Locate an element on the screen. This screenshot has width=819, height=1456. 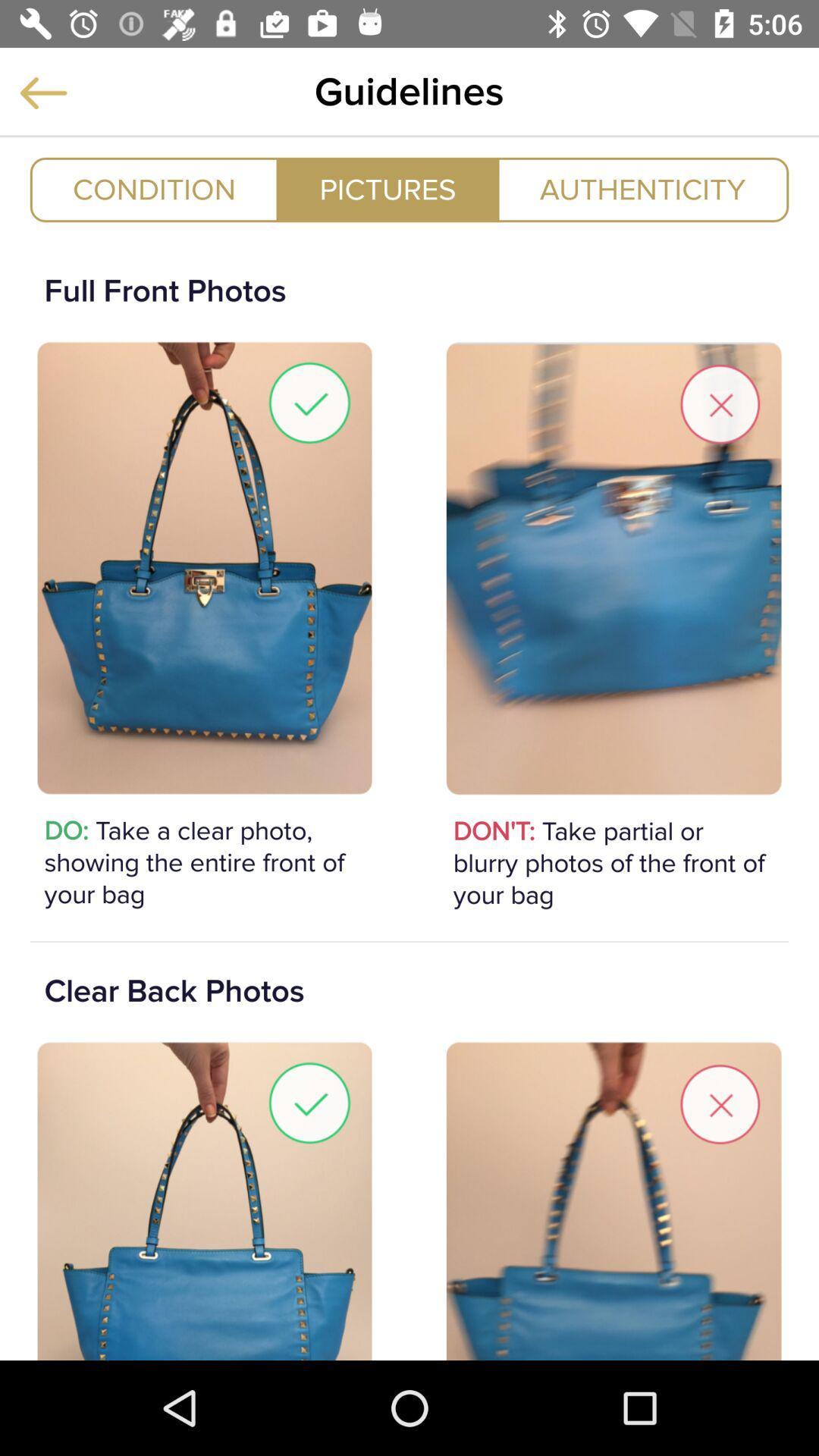
the condition icon is located at coordinates (154, 189).